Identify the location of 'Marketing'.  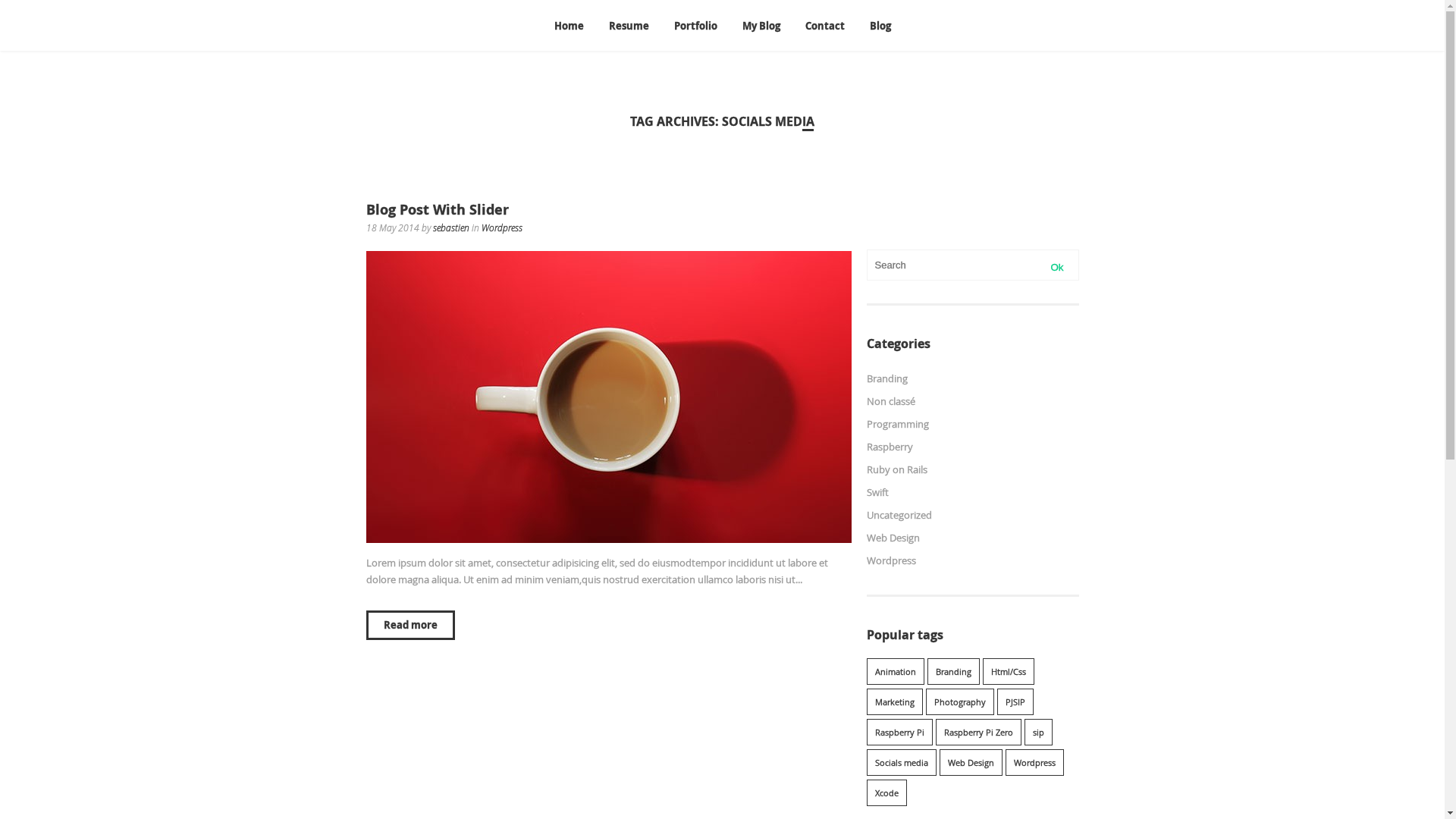
(894, 701).